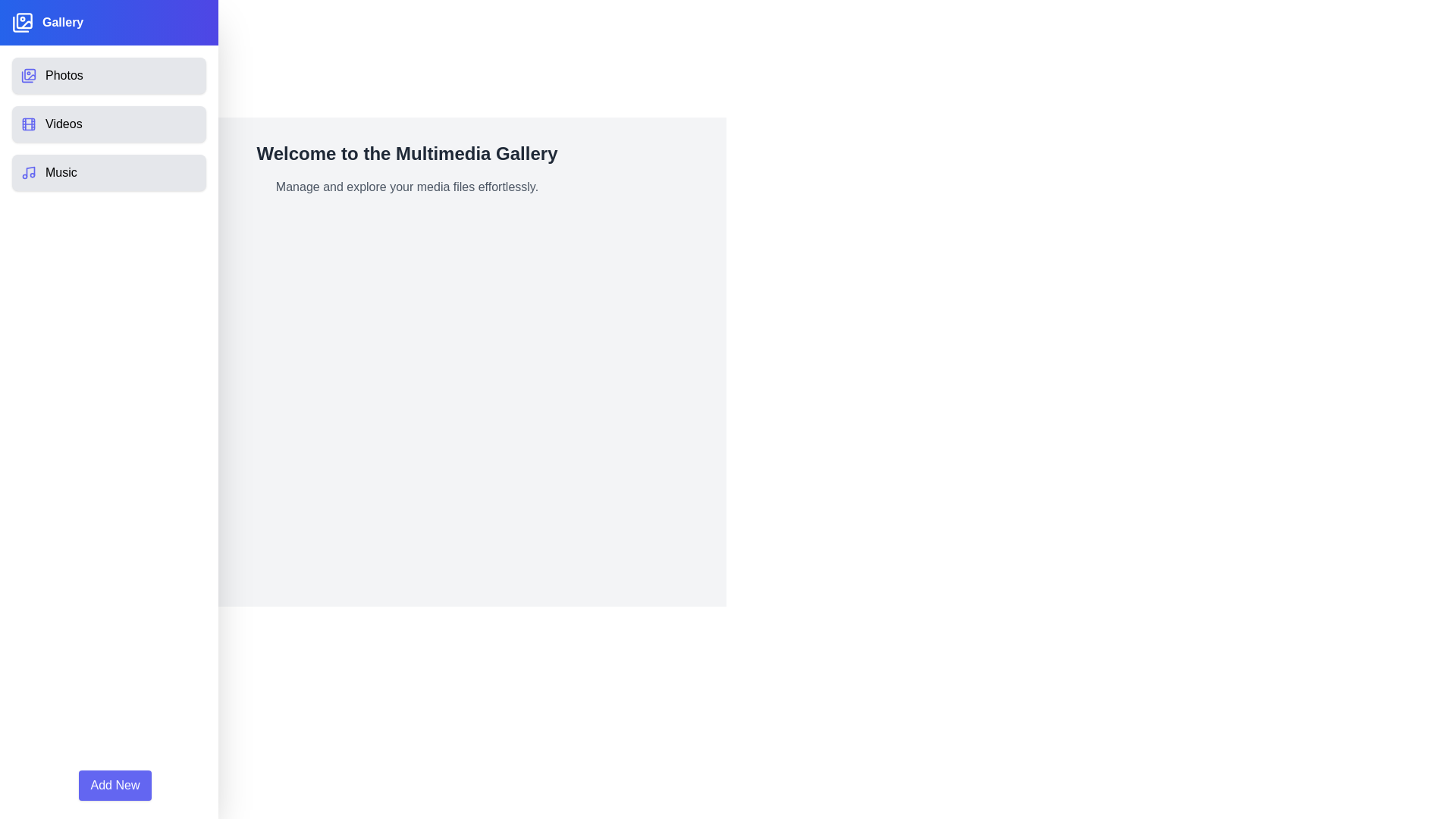 Image resolution: width=1456 pixels, height=819 pixels. I want to click on the Music category in the Multimedia Gallery Drawer, so click(108, 171).